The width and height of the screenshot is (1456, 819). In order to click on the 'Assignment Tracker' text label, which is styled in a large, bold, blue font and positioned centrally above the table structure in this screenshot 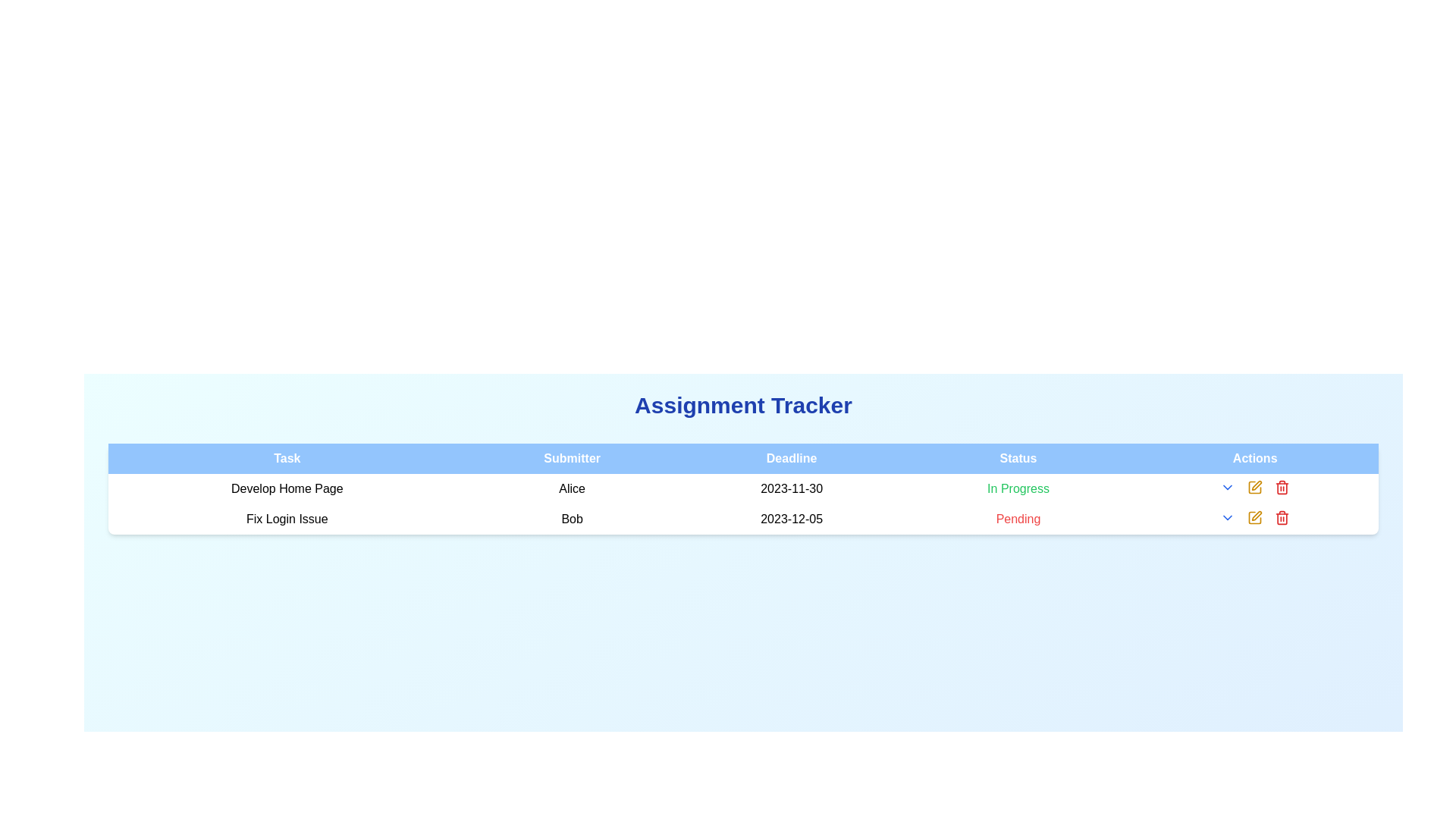, I will do `click(743, 405)`.